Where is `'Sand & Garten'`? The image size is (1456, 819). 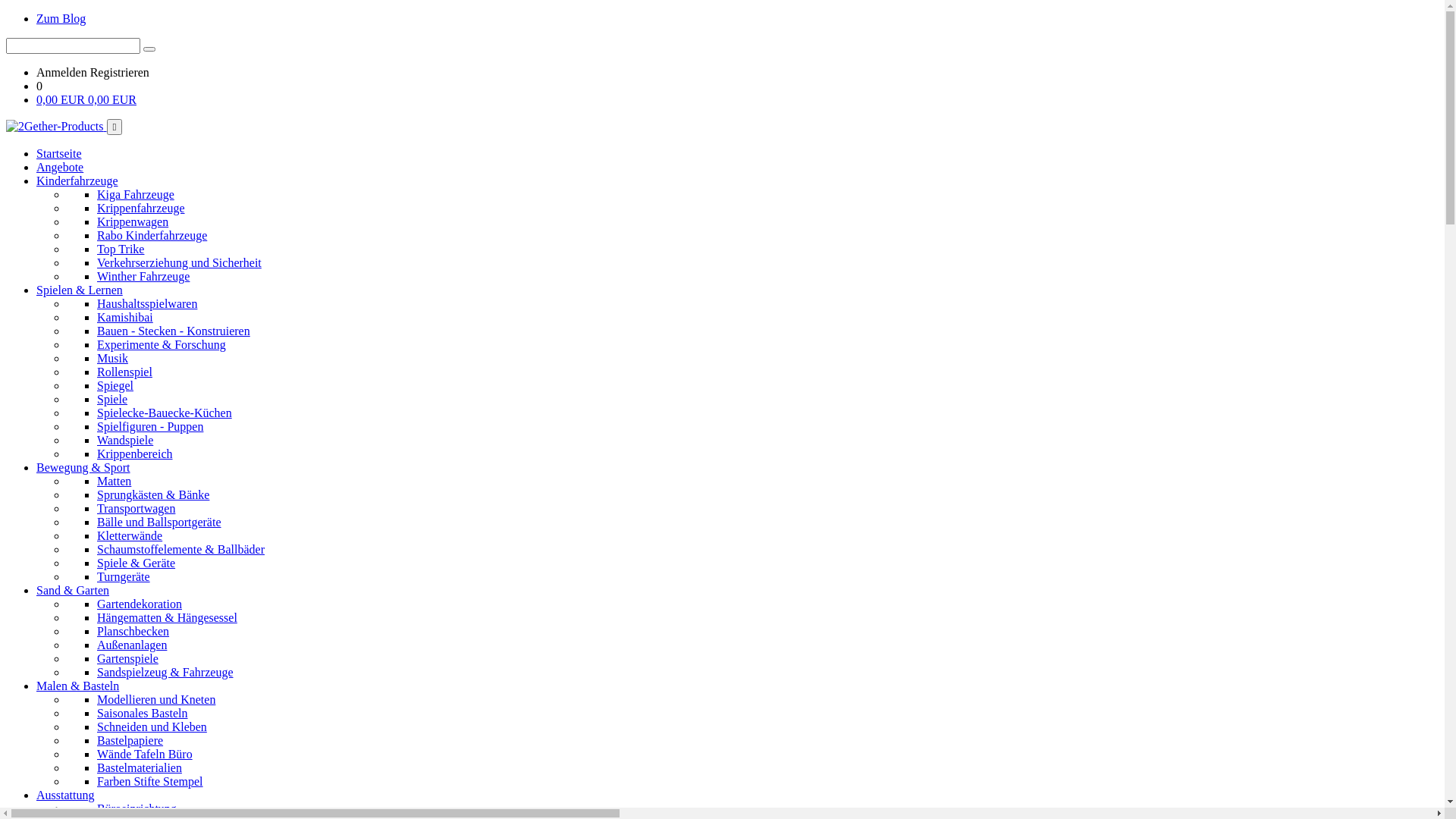 'Sand & Garten' is located at coordinates (72, 589).